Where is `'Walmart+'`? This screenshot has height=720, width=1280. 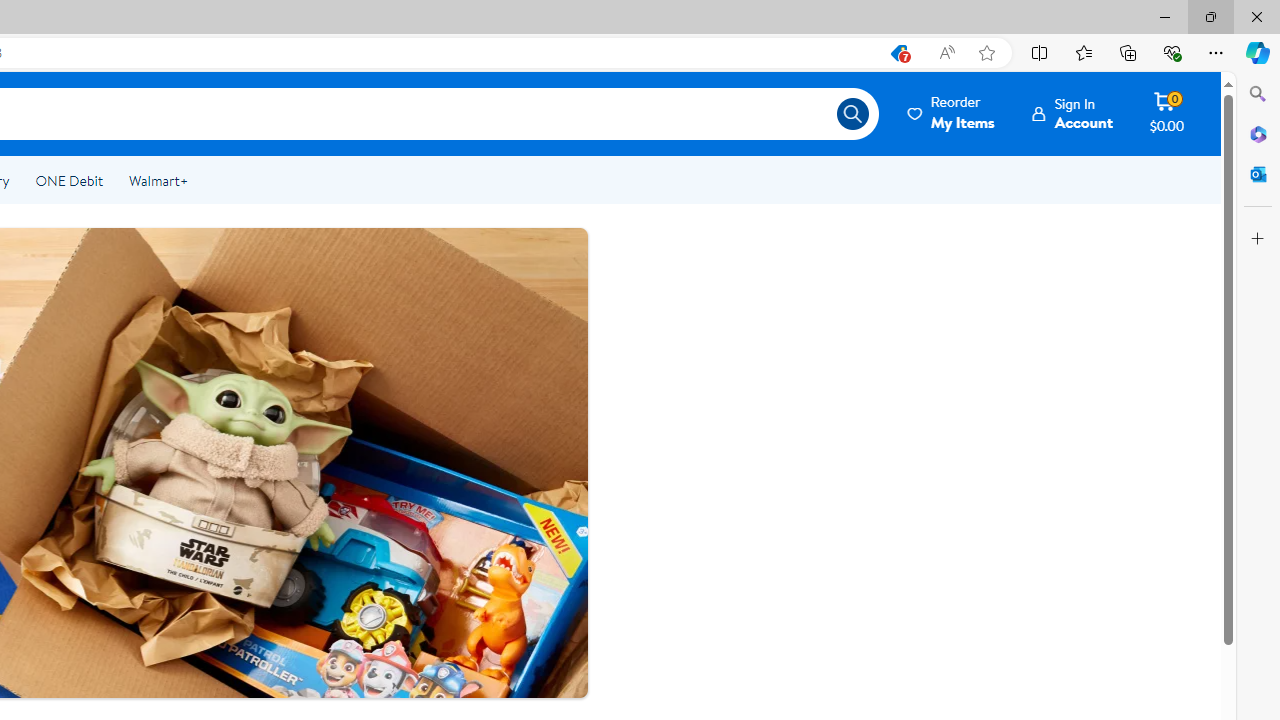 'Walmart+' is located at coordinates (157, 181).